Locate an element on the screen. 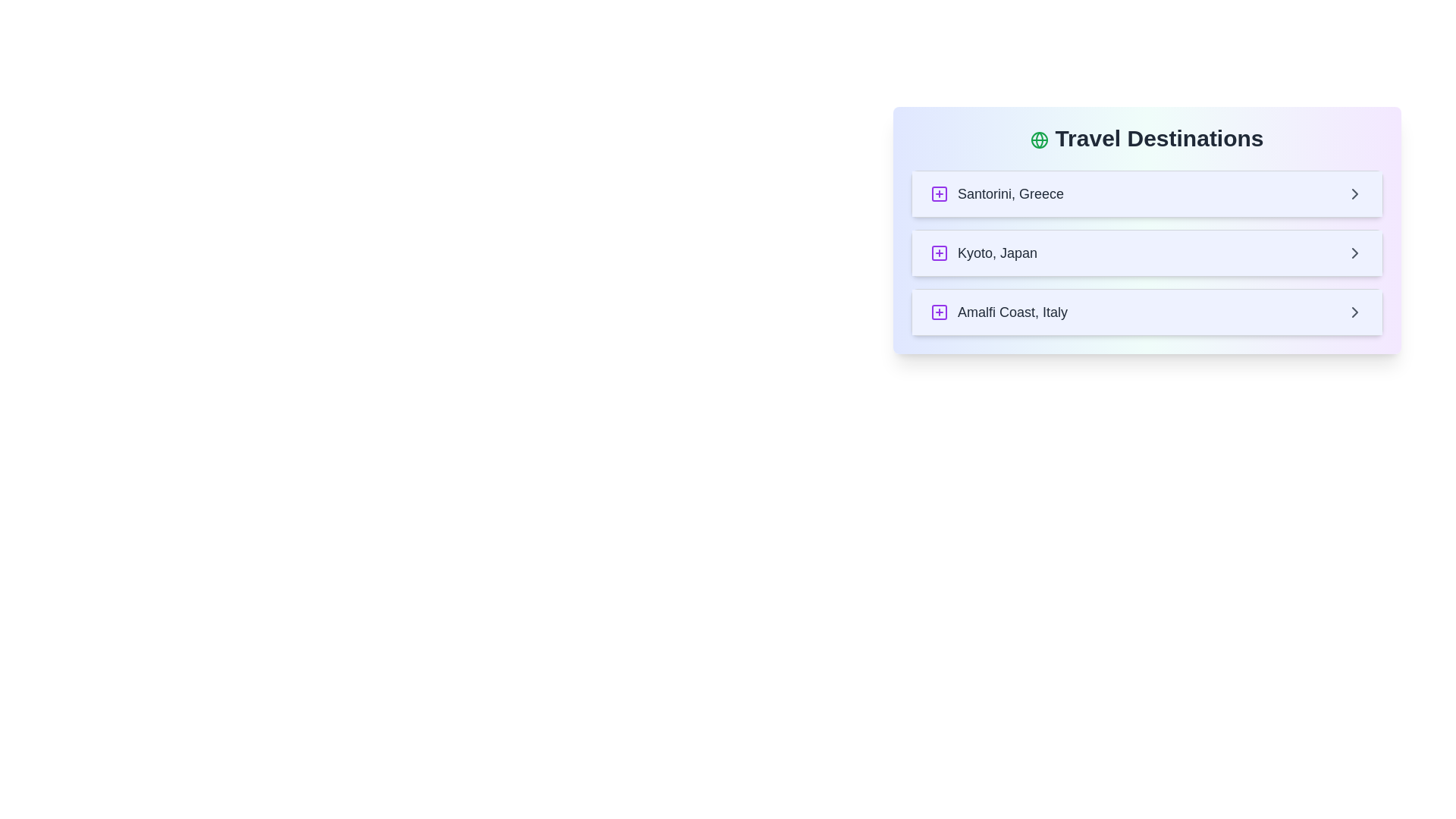 This screenshot has width=1456, height=819. the text label displaying 'Kyoto, Japan', which is the second item in the vertical list of destinations is located at coordinates (997, 253).